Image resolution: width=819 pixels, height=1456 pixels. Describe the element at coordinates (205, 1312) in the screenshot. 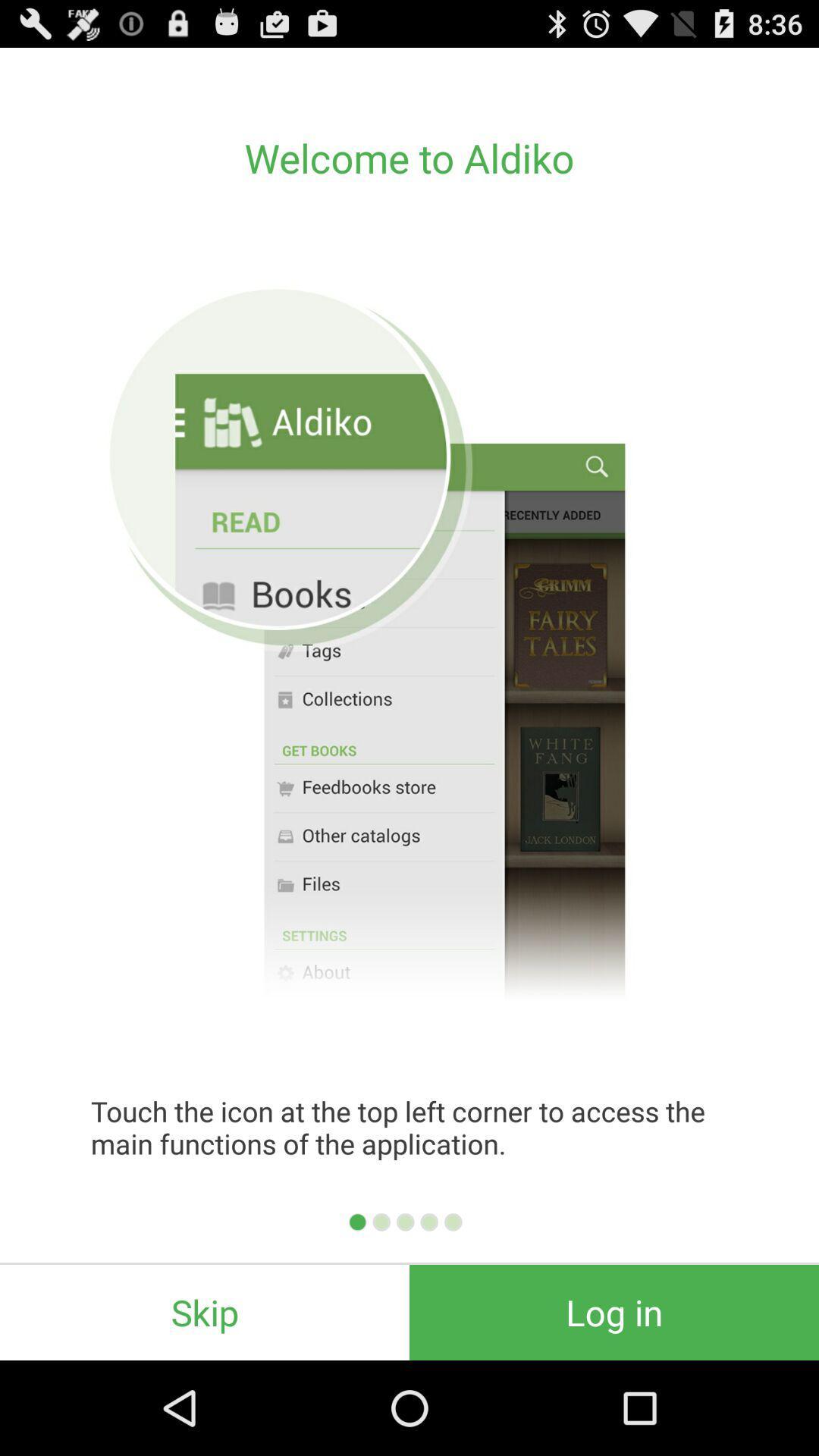

I see `item to the left of the log in item` at that location.